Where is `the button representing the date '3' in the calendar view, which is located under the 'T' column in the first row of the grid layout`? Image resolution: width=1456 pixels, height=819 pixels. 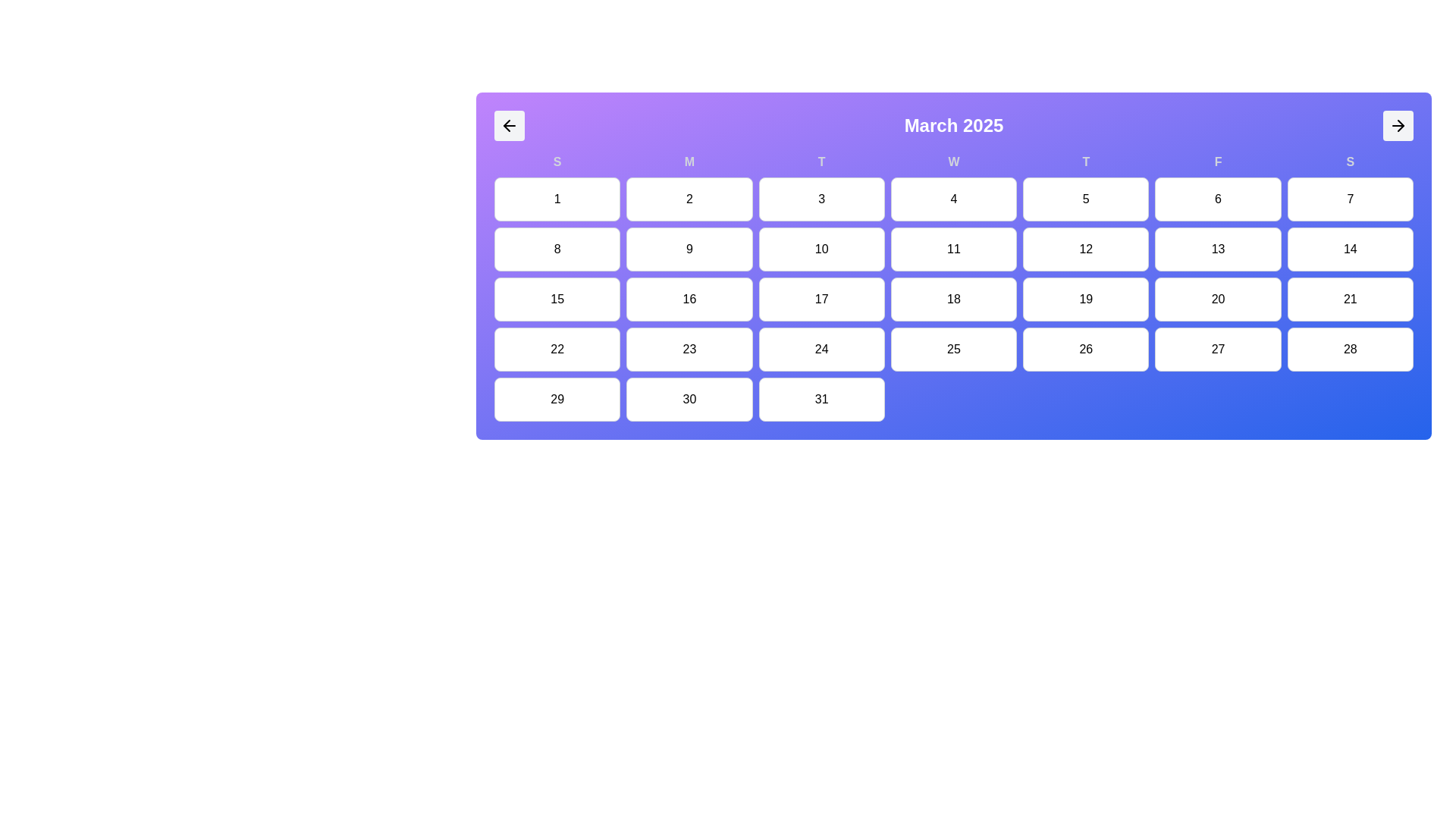
the button representing the date '3' in the calendar view, which is located under the 'T' column in the first row of the grid layout is located at coordinates (821, 198).